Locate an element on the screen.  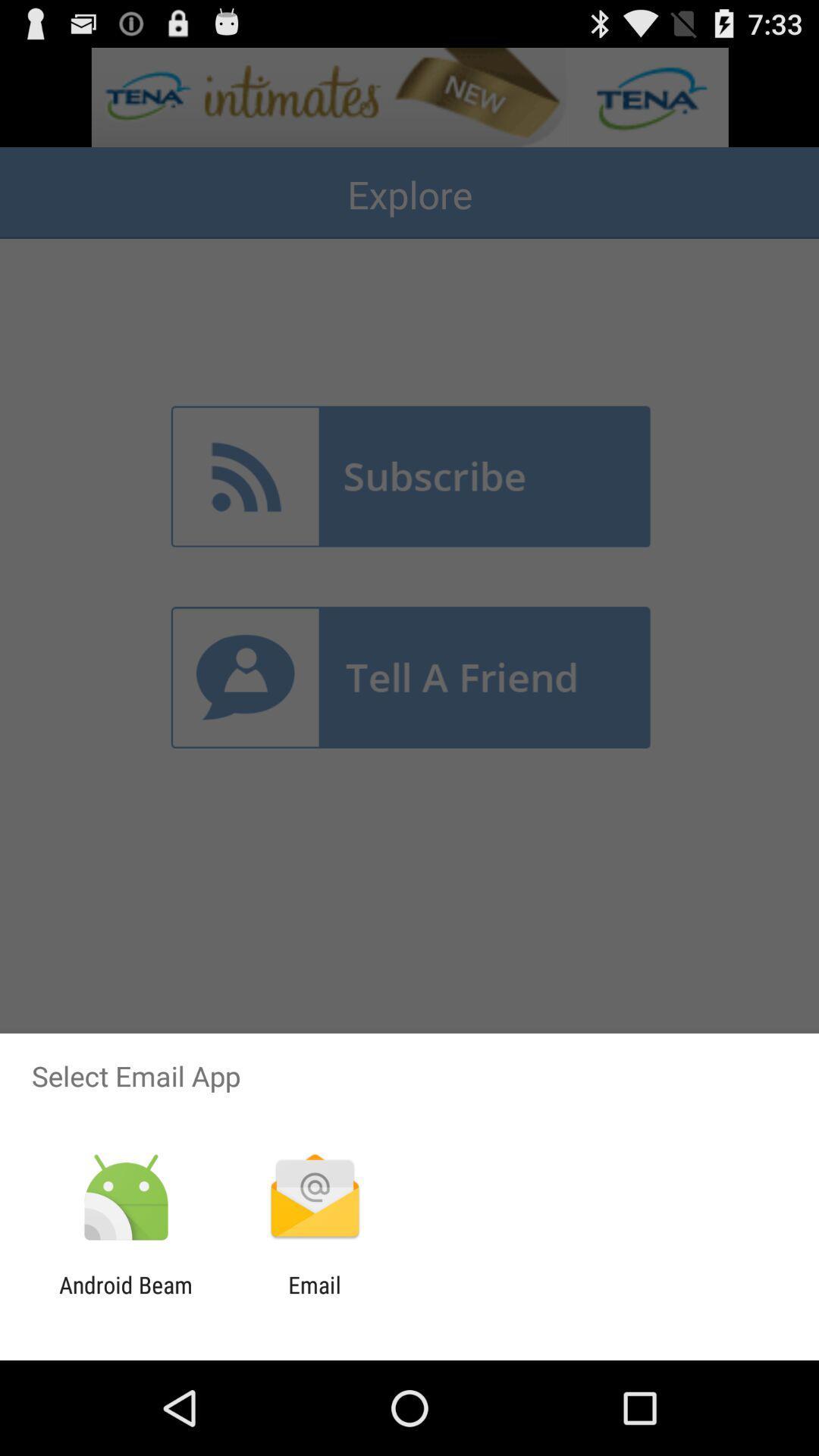
the icon to the left of email item is located at coordinates (125, 1298).